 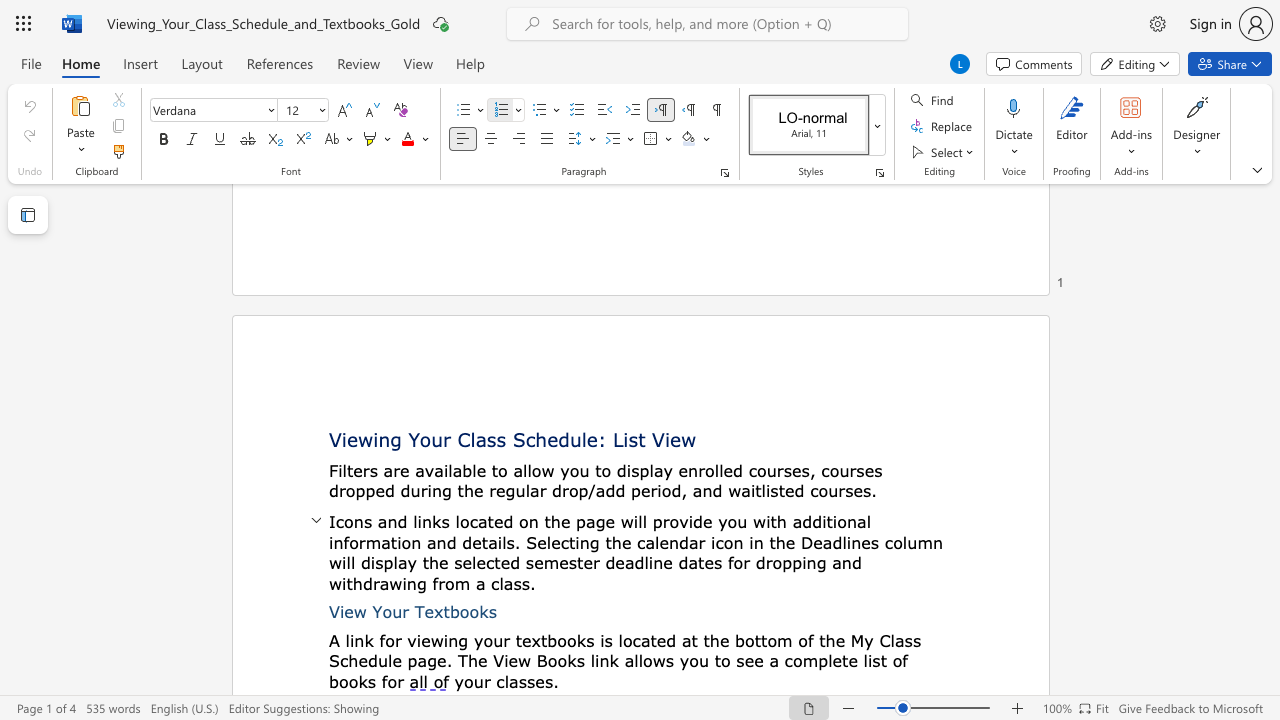 What do you see at coordinates (384, 438) in the screenshot?
I see `the 1th character "n" in the text` at bounding box center [384, 438].